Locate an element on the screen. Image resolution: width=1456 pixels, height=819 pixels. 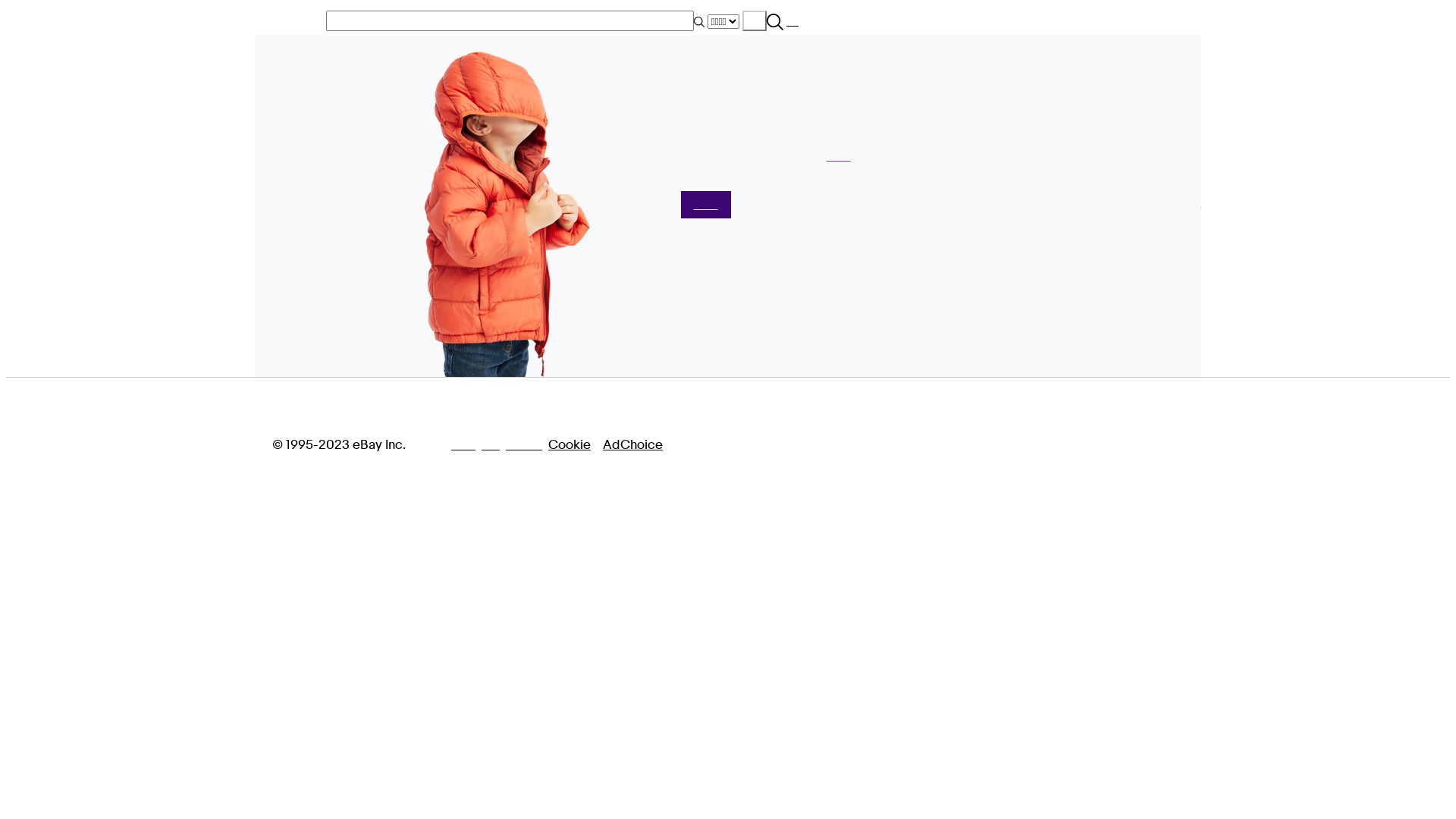
'AdChoice' is located at coordinates (632, 444).